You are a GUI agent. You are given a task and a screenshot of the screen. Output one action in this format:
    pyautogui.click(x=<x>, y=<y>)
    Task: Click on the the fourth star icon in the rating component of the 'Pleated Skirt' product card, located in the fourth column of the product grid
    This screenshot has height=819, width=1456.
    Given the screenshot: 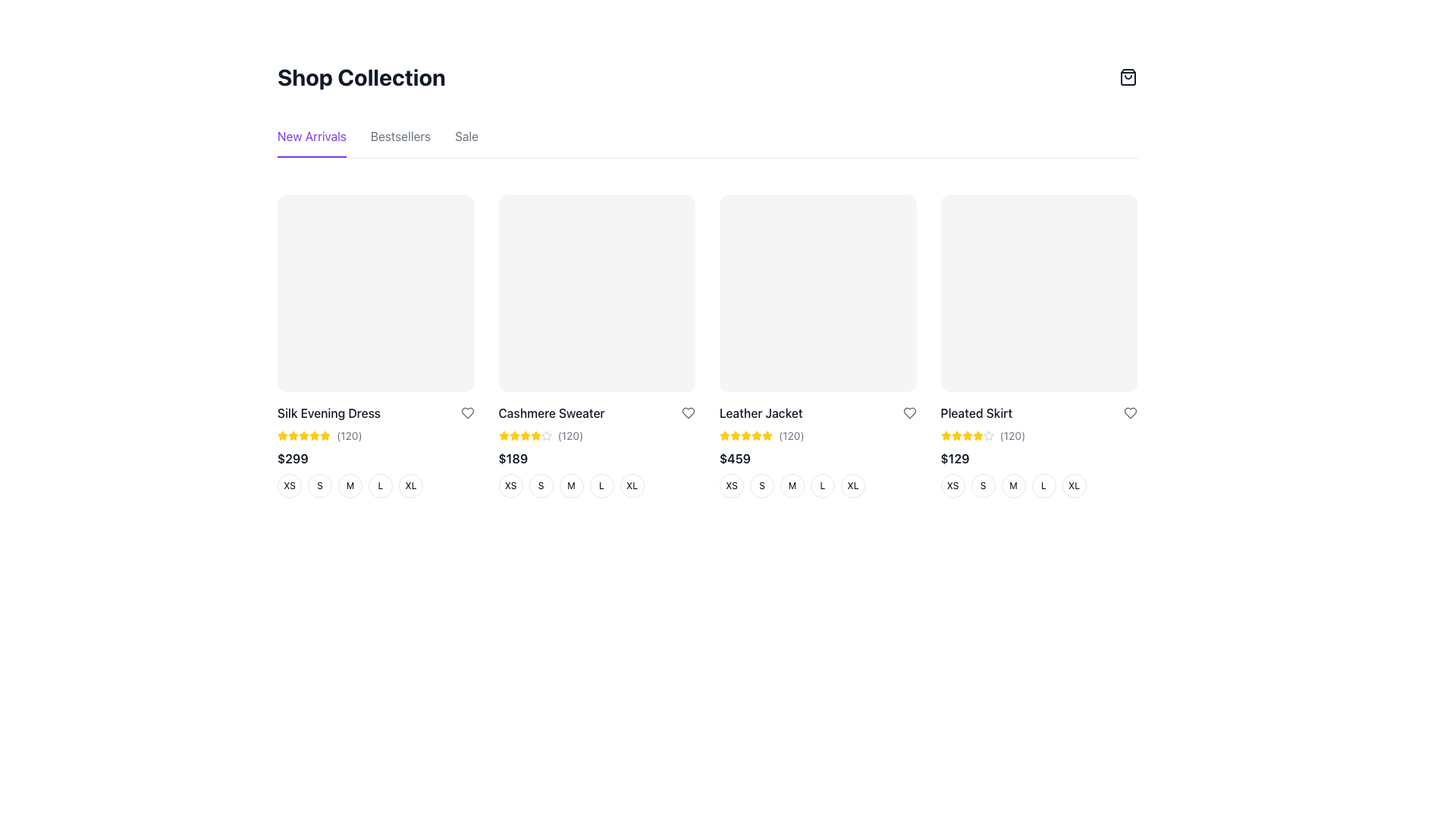 What is the action you would take?
    pyautogui.click(x=977, y=435)
    